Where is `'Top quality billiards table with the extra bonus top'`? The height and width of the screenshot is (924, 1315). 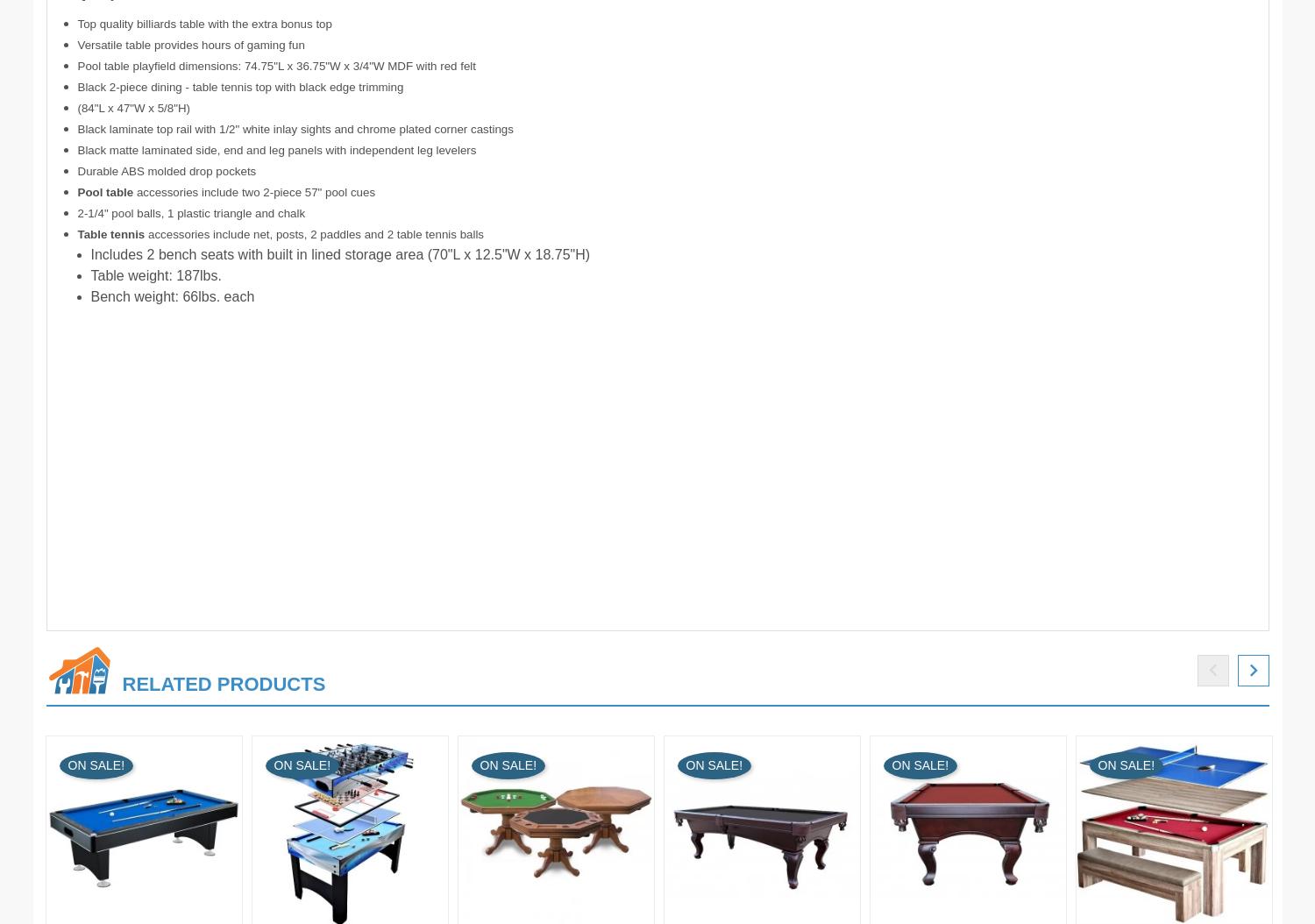 'Top quality billiards table with the extra bonus top' is located at coordinates (203, 24).